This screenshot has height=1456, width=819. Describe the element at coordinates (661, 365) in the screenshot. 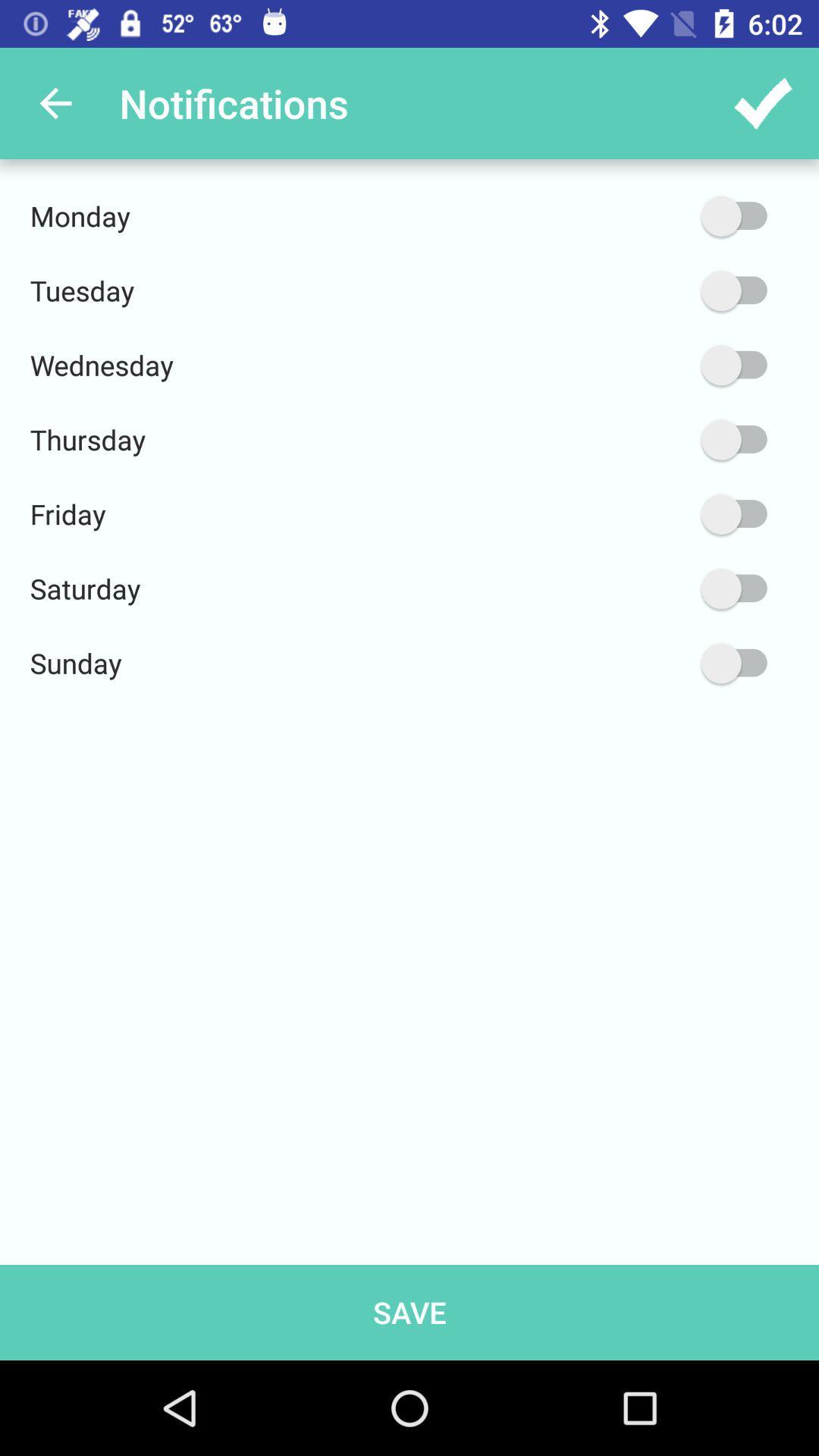

I see `icon next to the wednesday` at that location.